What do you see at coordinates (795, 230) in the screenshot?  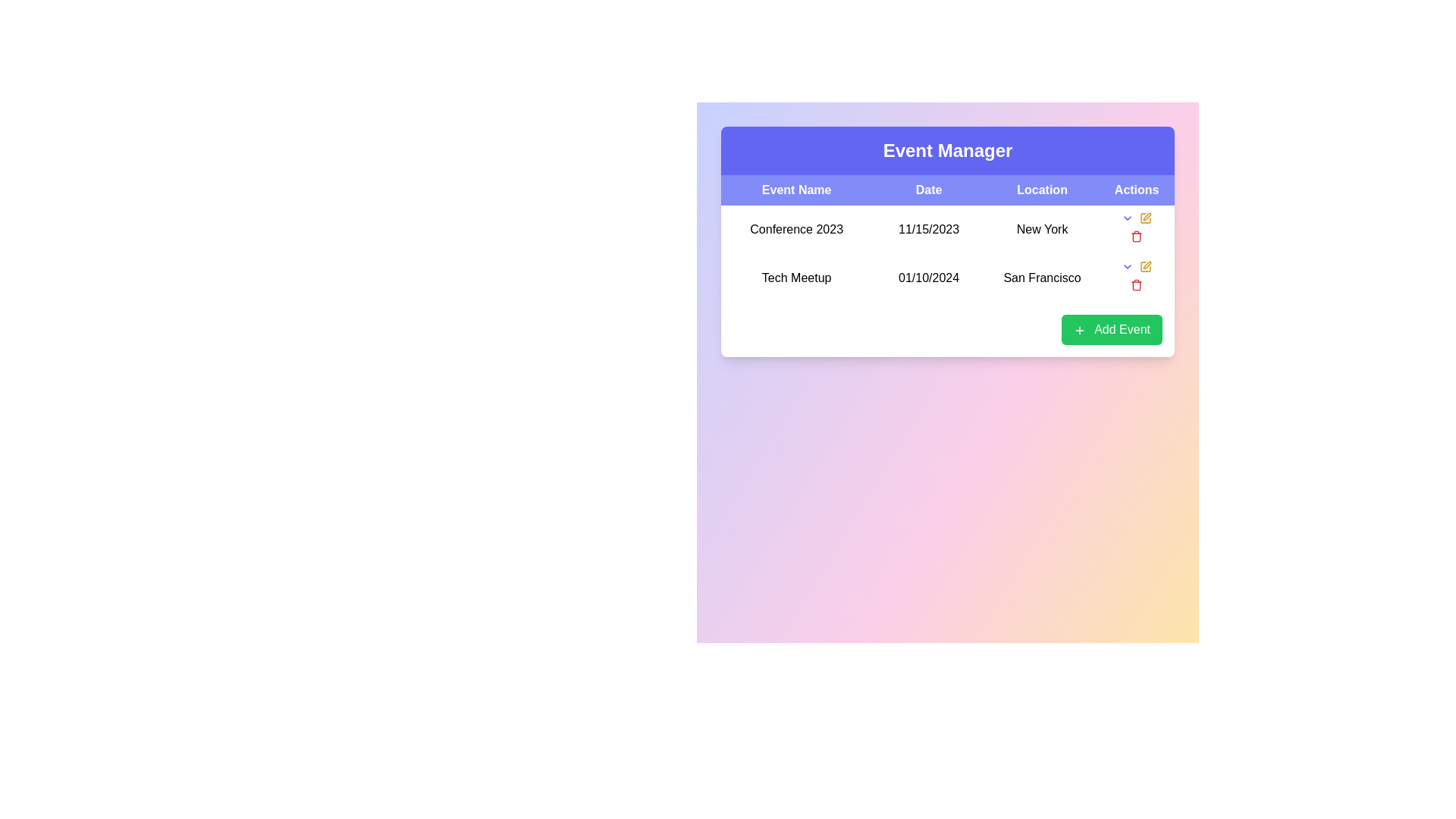 I see `the text label displaying 'Conference 2023' in the first cell of the 'Event Name' column under the 'Event Manager' header` at bounding box center [795, 230].